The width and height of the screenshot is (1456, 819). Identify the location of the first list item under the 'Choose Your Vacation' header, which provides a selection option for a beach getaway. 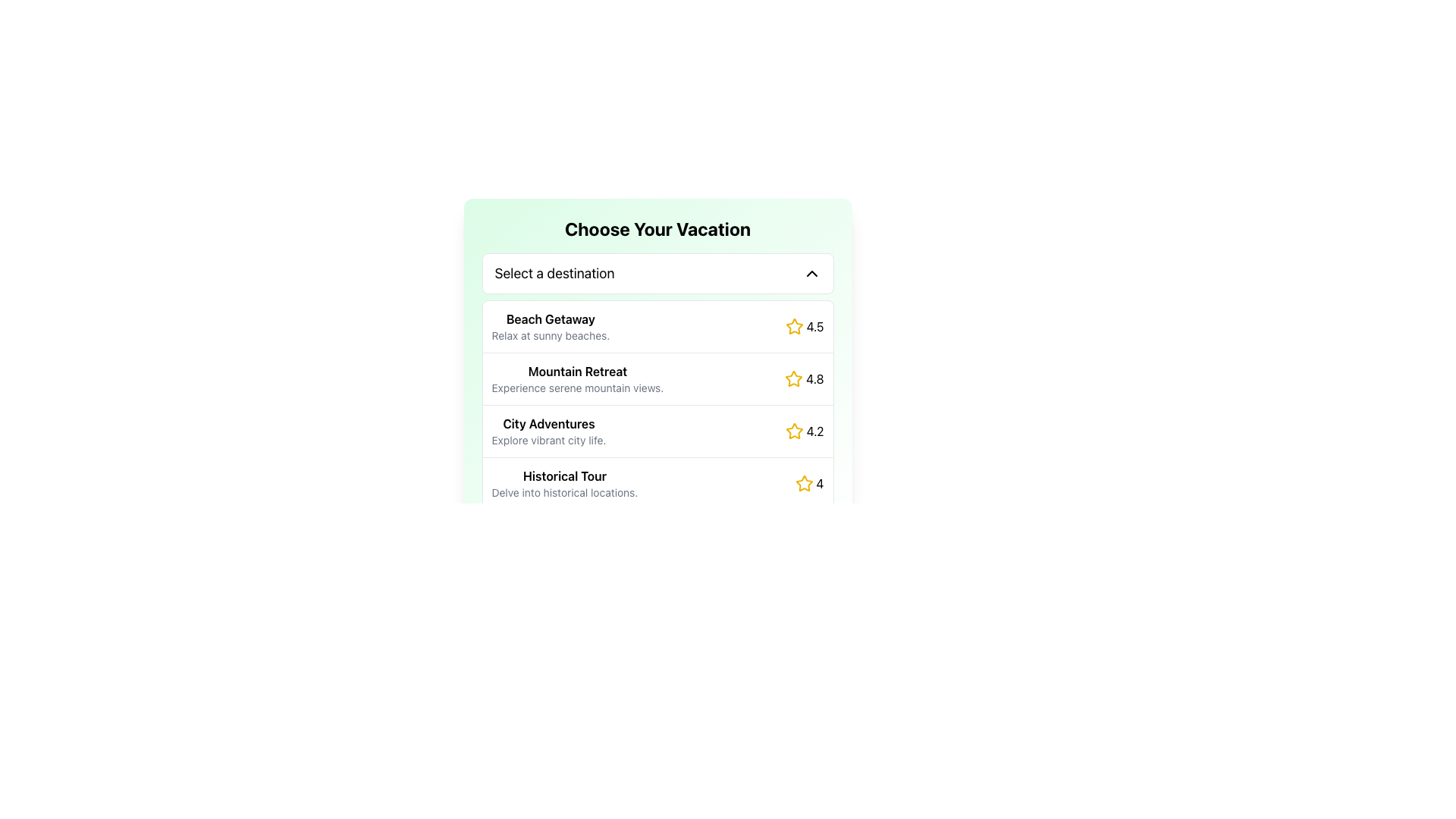
(550, 326).